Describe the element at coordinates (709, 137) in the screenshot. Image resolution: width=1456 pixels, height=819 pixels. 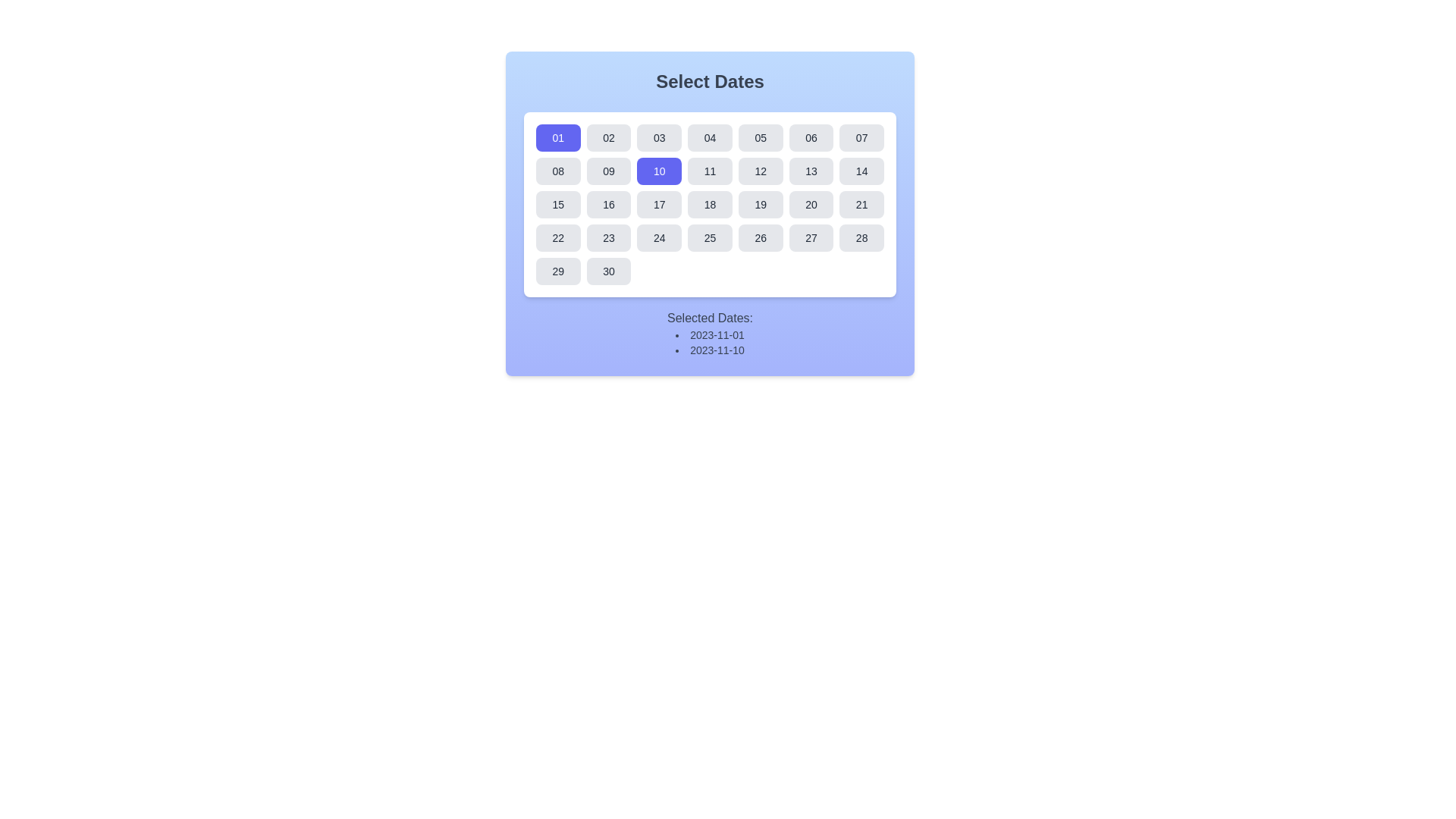
I see `the rounded rectangular button labeled '04' with a light gray background` at that location.